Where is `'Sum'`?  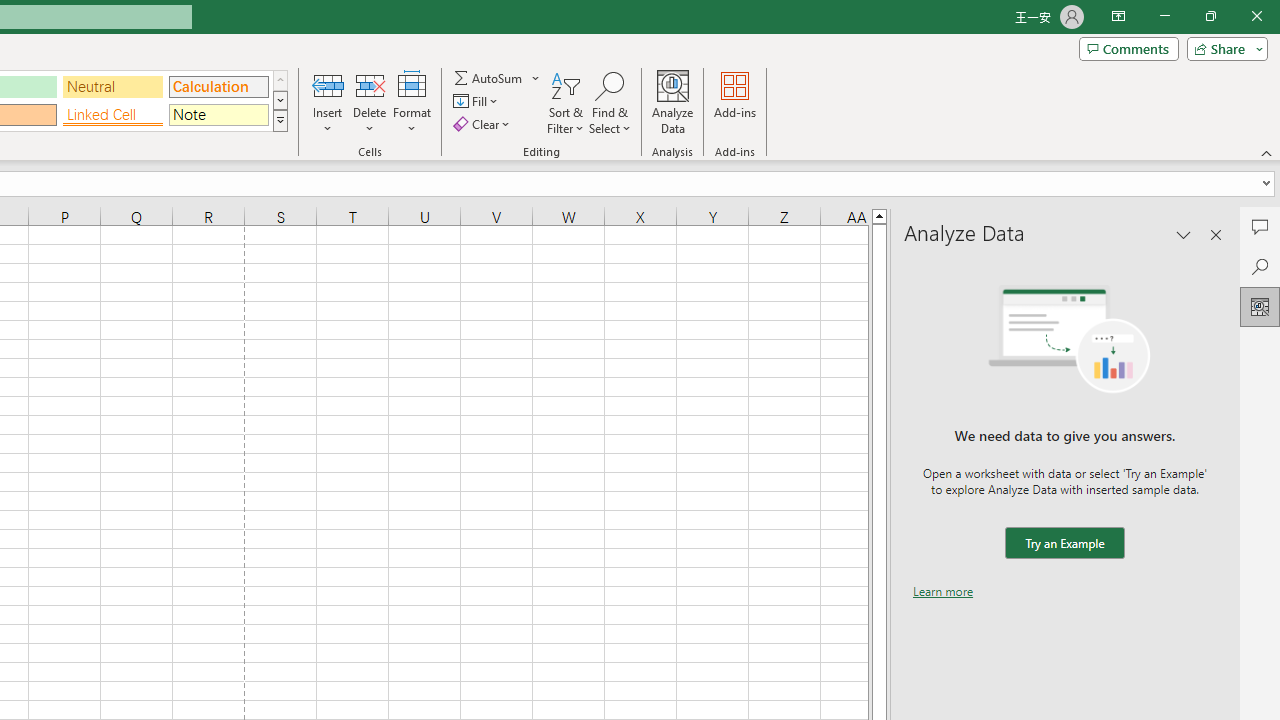 'Sum' is located at coordinates (489, 77).